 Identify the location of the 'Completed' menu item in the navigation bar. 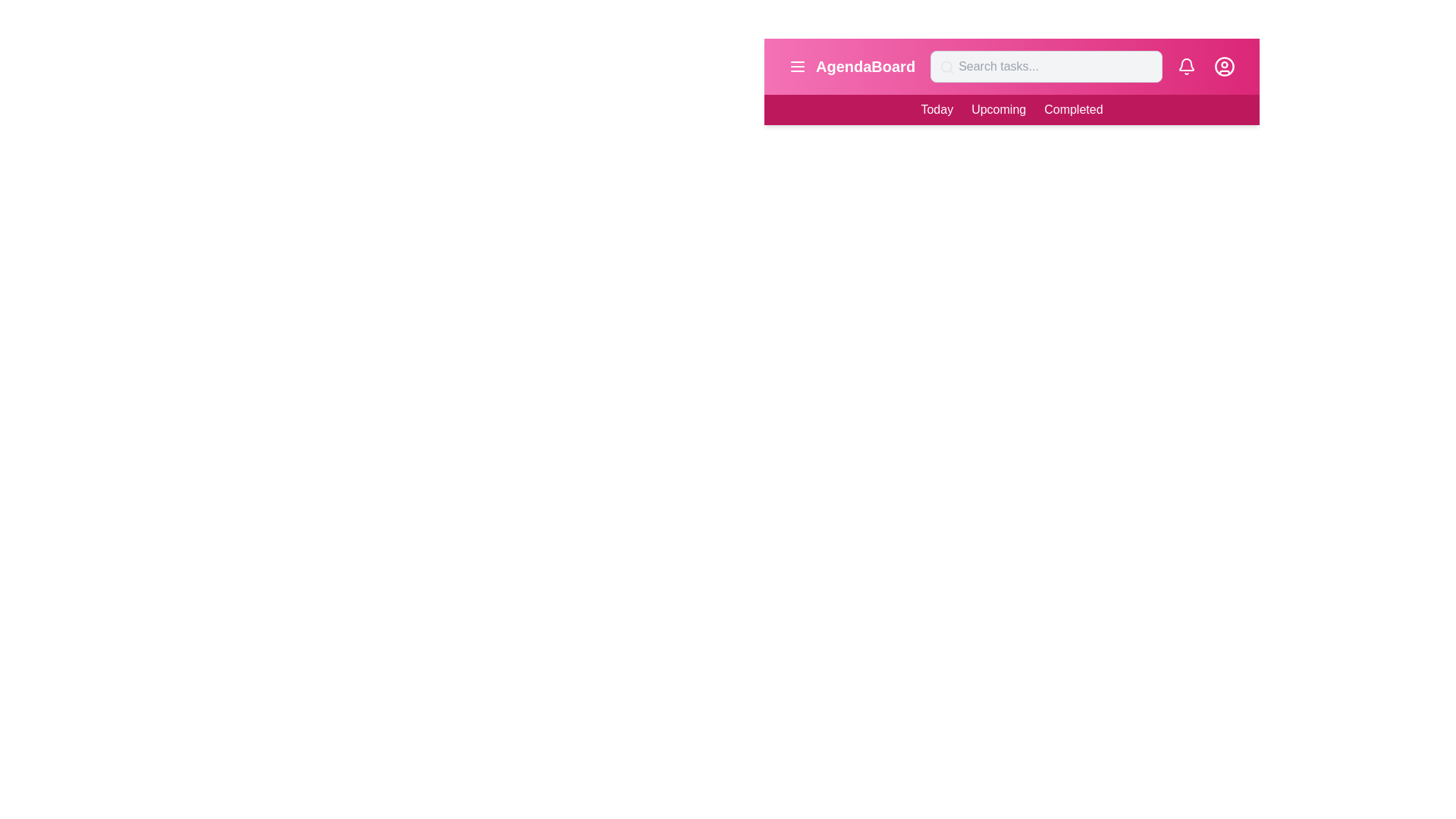
(1072, 109).